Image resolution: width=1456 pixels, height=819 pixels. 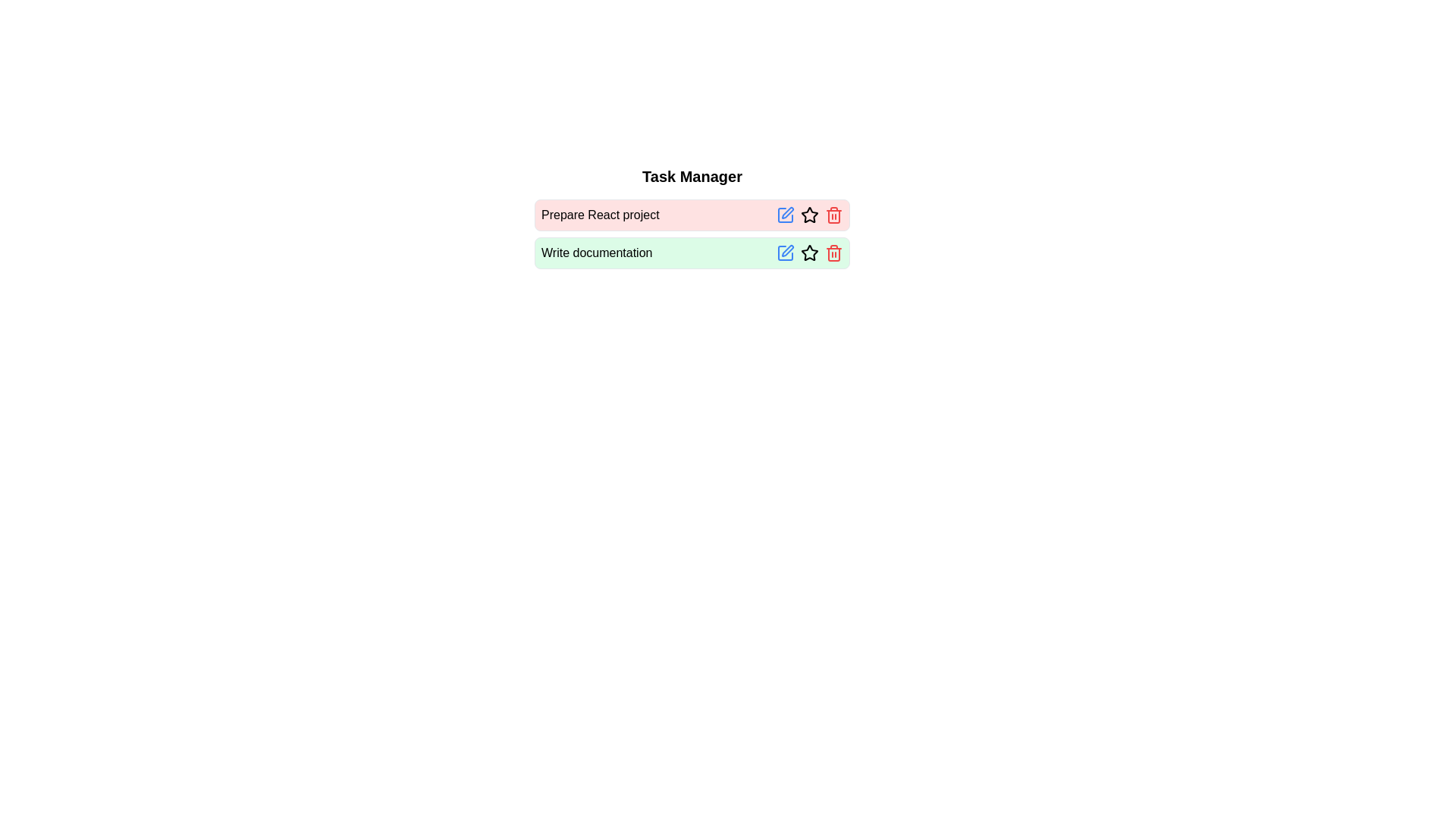 What do you see at coordinates (809, 253) in the screenshot?
I see `the hollow star icon button to mark the task 'Write documentation' as a favorite` at bounding box center [809, 253].